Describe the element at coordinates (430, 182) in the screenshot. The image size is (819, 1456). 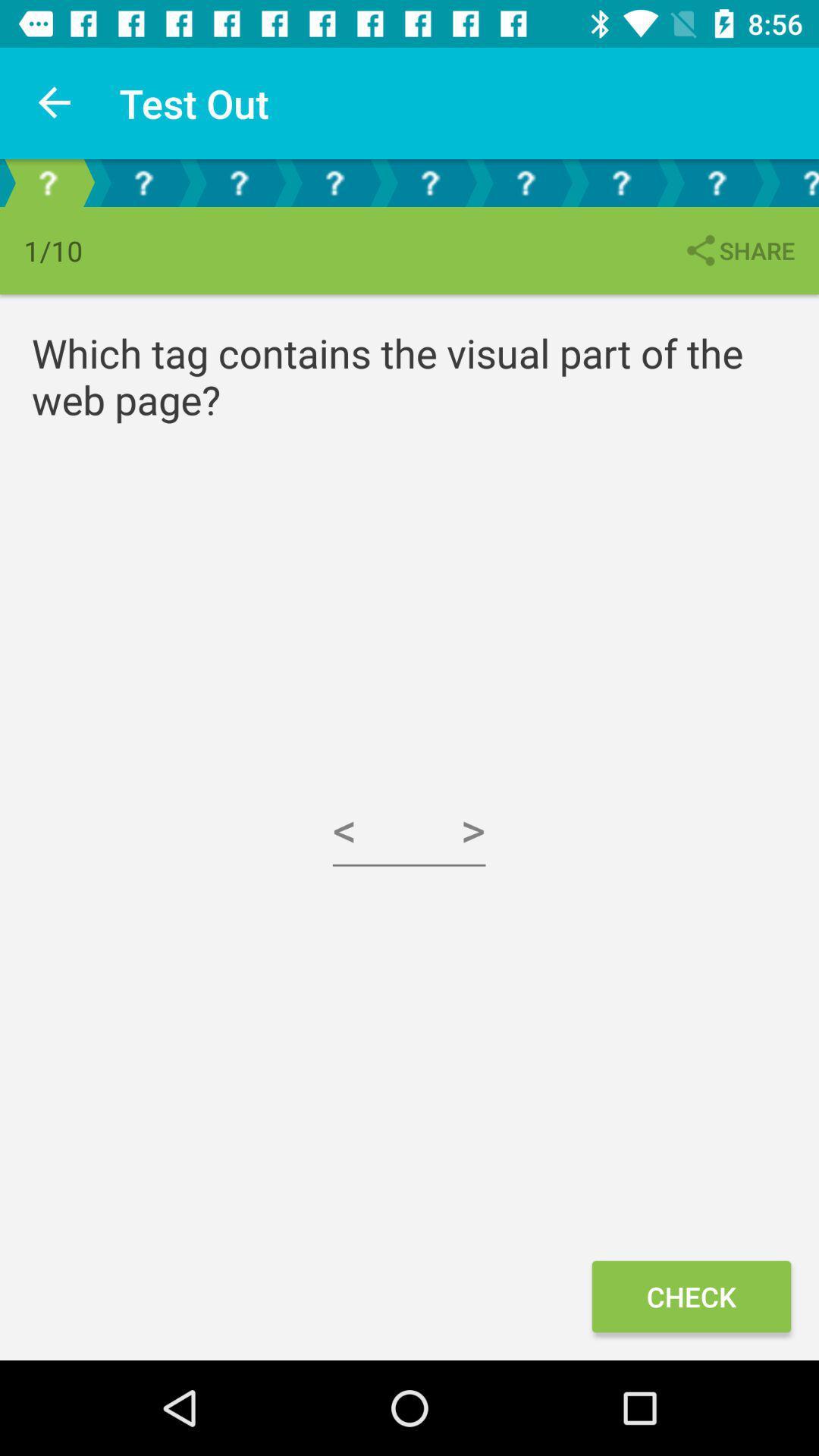
I see `move to the fifth question mark which is under the text test out` at that location.